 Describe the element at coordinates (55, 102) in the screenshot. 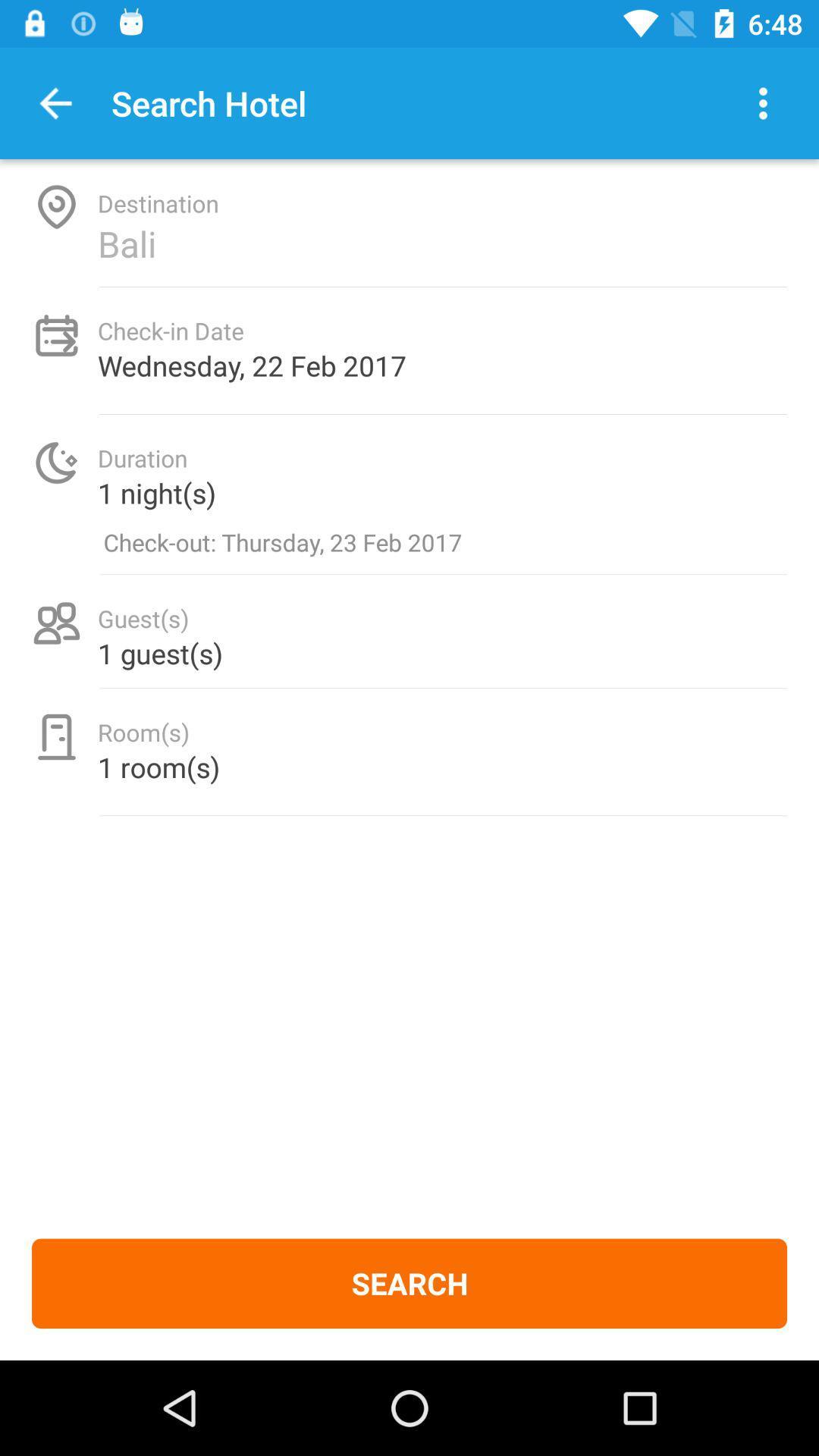

I see `go back` at that location.